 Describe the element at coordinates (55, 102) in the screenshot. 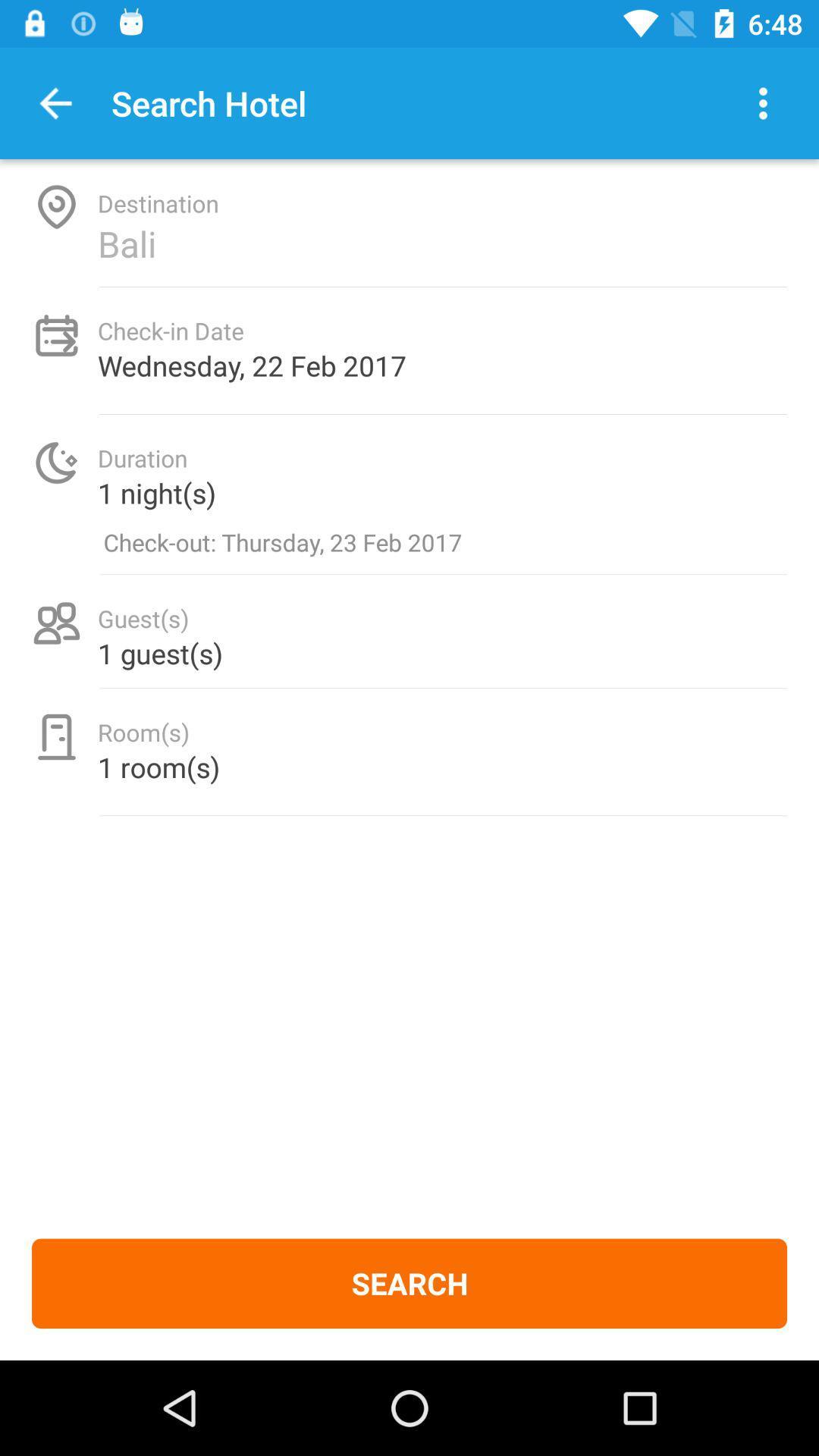

I see `go back` at that location.